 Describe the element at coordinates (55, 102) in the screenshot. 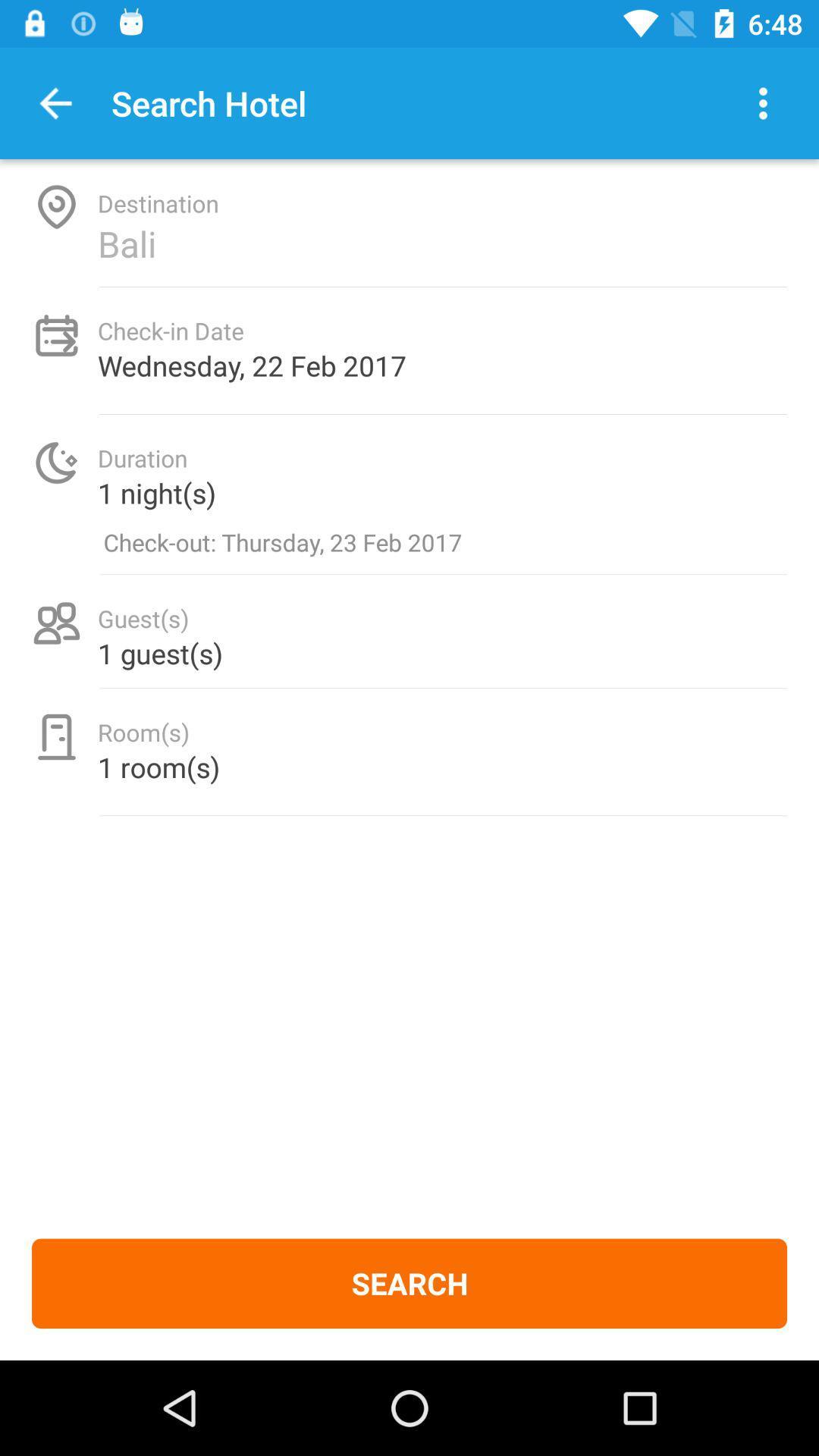

I see `go back` at that location.